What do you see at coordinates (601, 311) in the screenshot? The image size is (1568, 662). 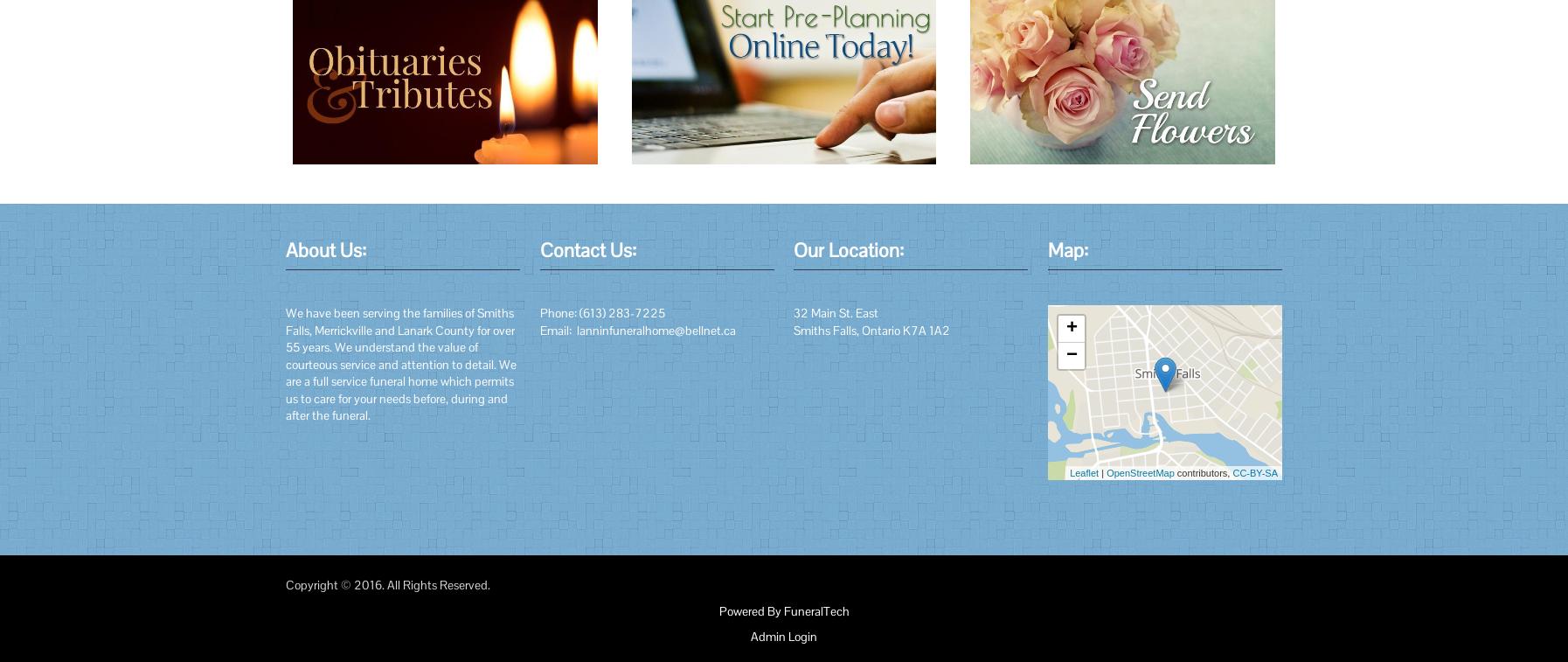 I see `'Phone: (613) 283-7225'` at bounding box center [601, 311].